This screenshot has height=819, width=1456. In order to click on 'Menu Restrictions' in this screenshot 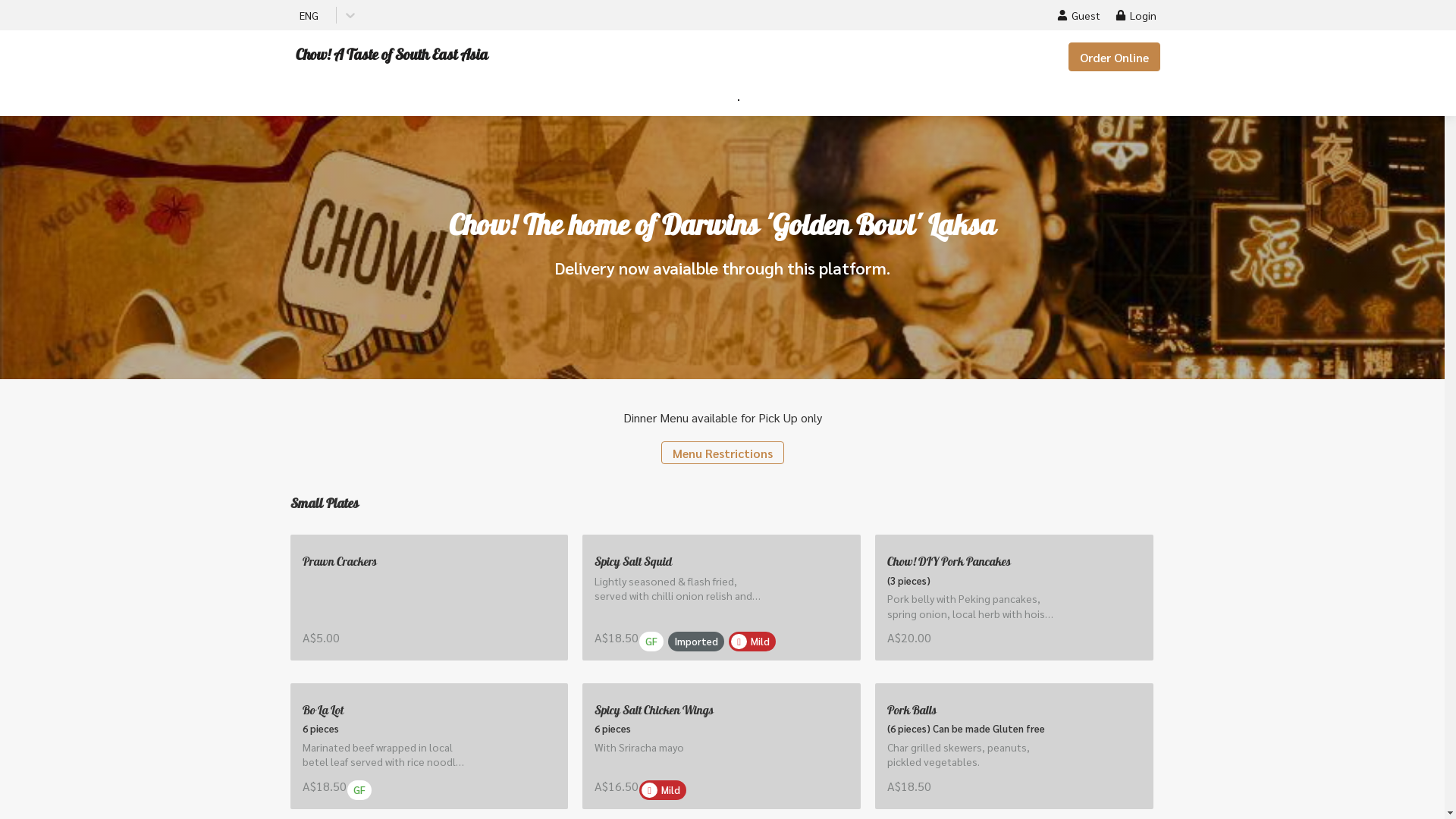, I will do `click(722, 452)`.